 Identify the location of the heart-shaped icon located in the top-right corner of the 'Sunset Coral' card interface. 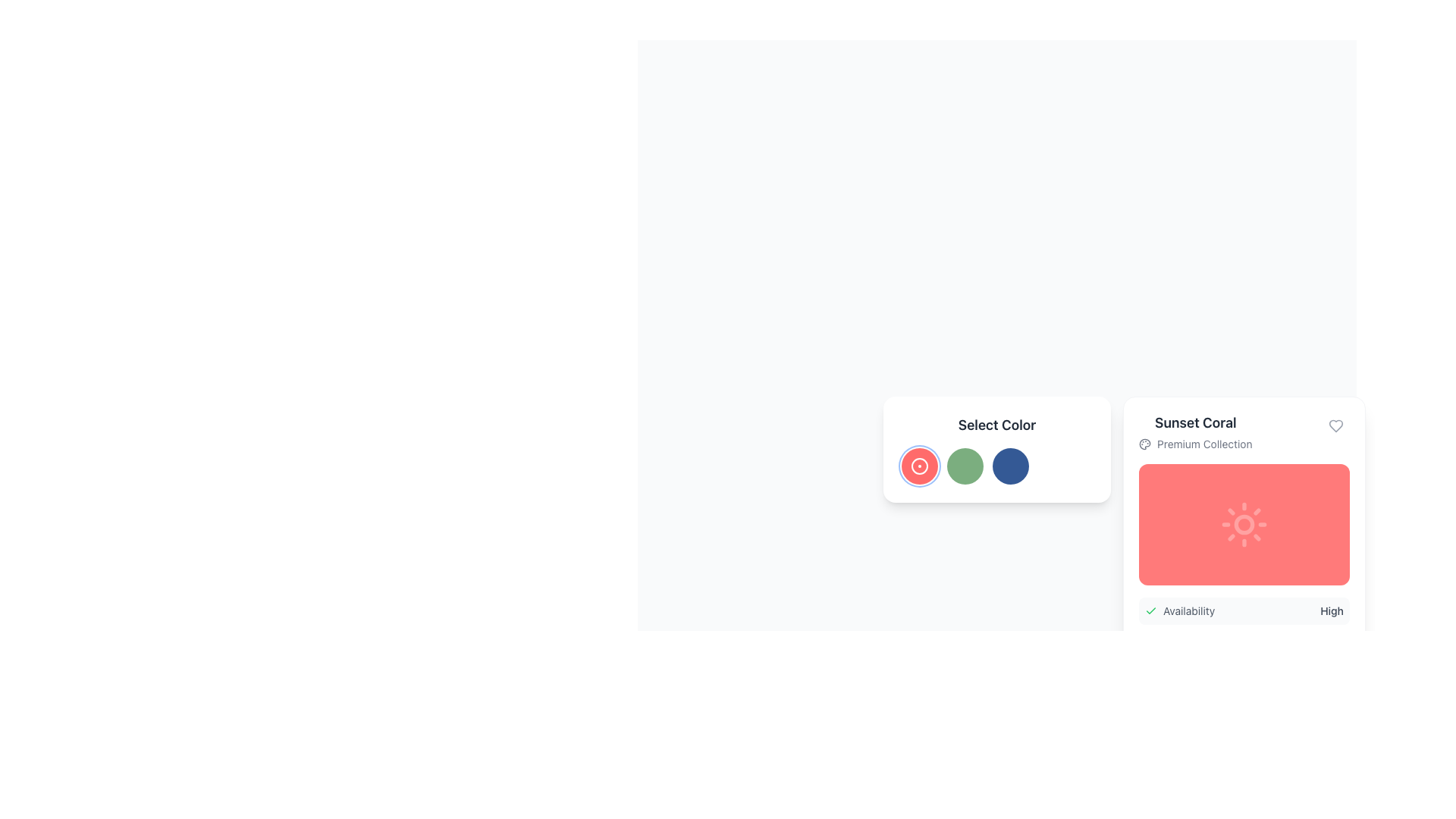
(1335, 426).